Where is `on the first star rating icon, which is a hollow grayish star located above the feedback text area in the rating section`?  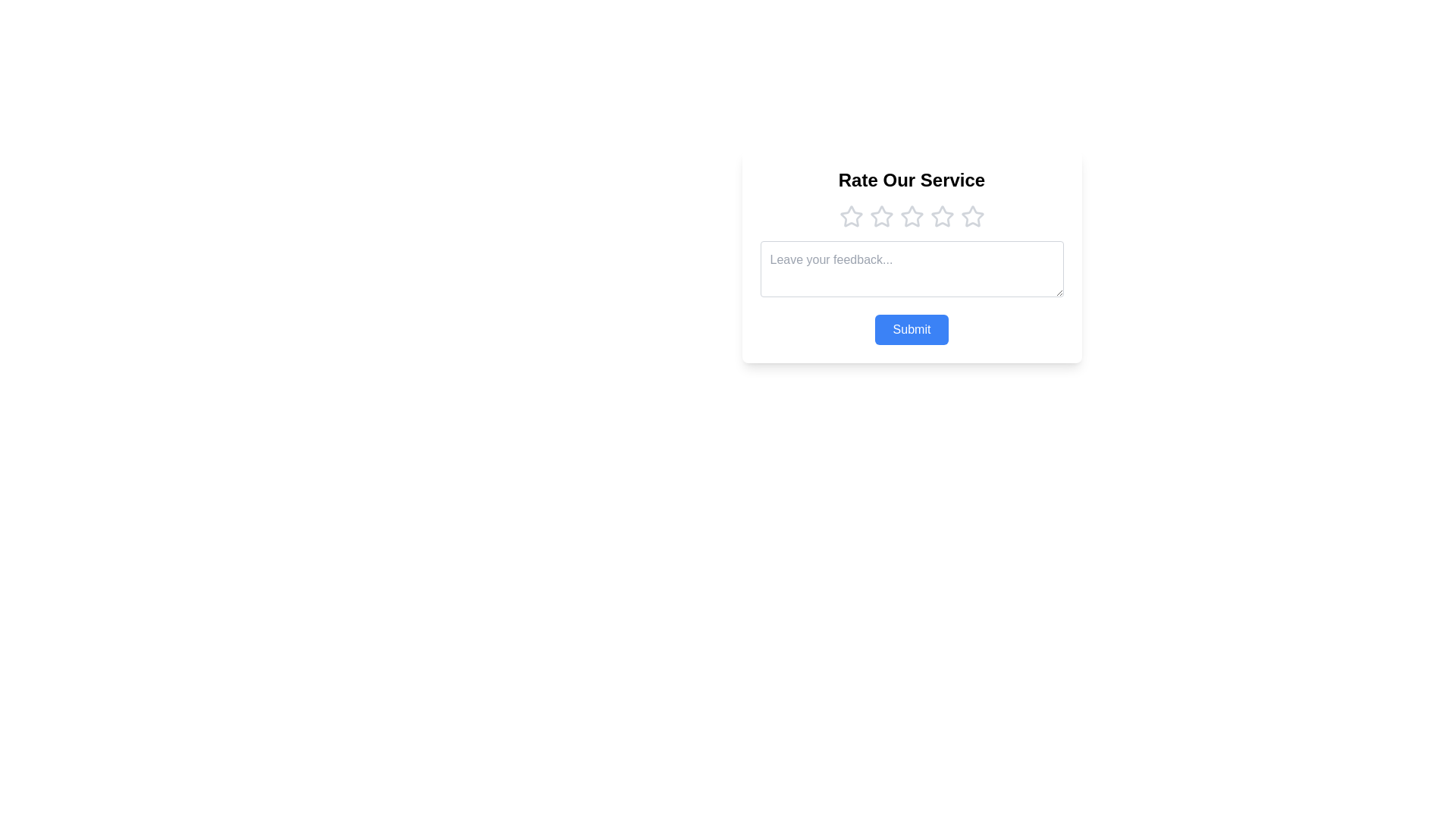
on the first star rating icon, which is a hollow grayish star located above the feedback text area in the rating section is located at coordinates (851, 216).